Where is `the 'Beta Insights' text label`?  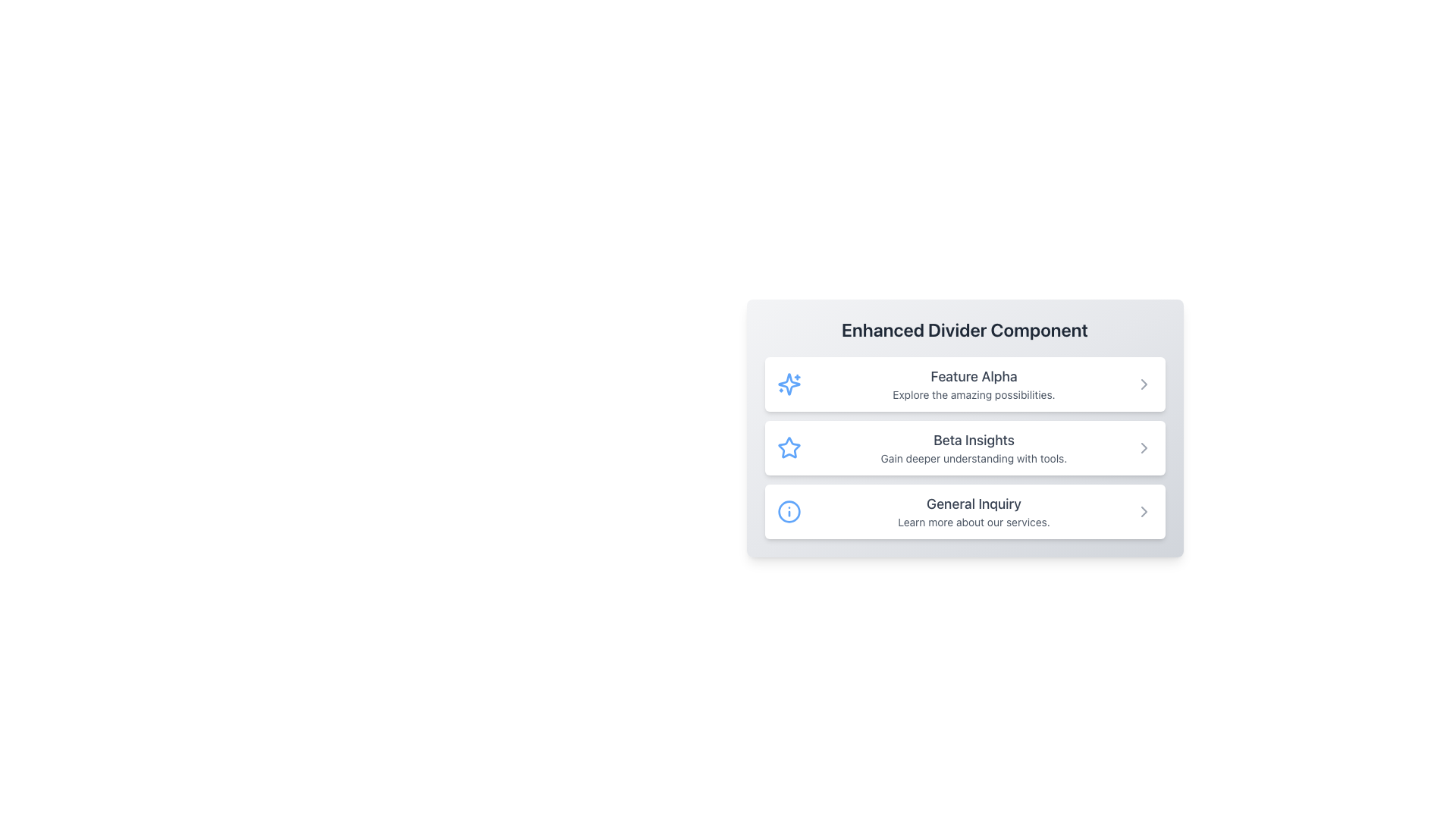 the 'Beta Insights' text label is located at coordinates (974, 441).